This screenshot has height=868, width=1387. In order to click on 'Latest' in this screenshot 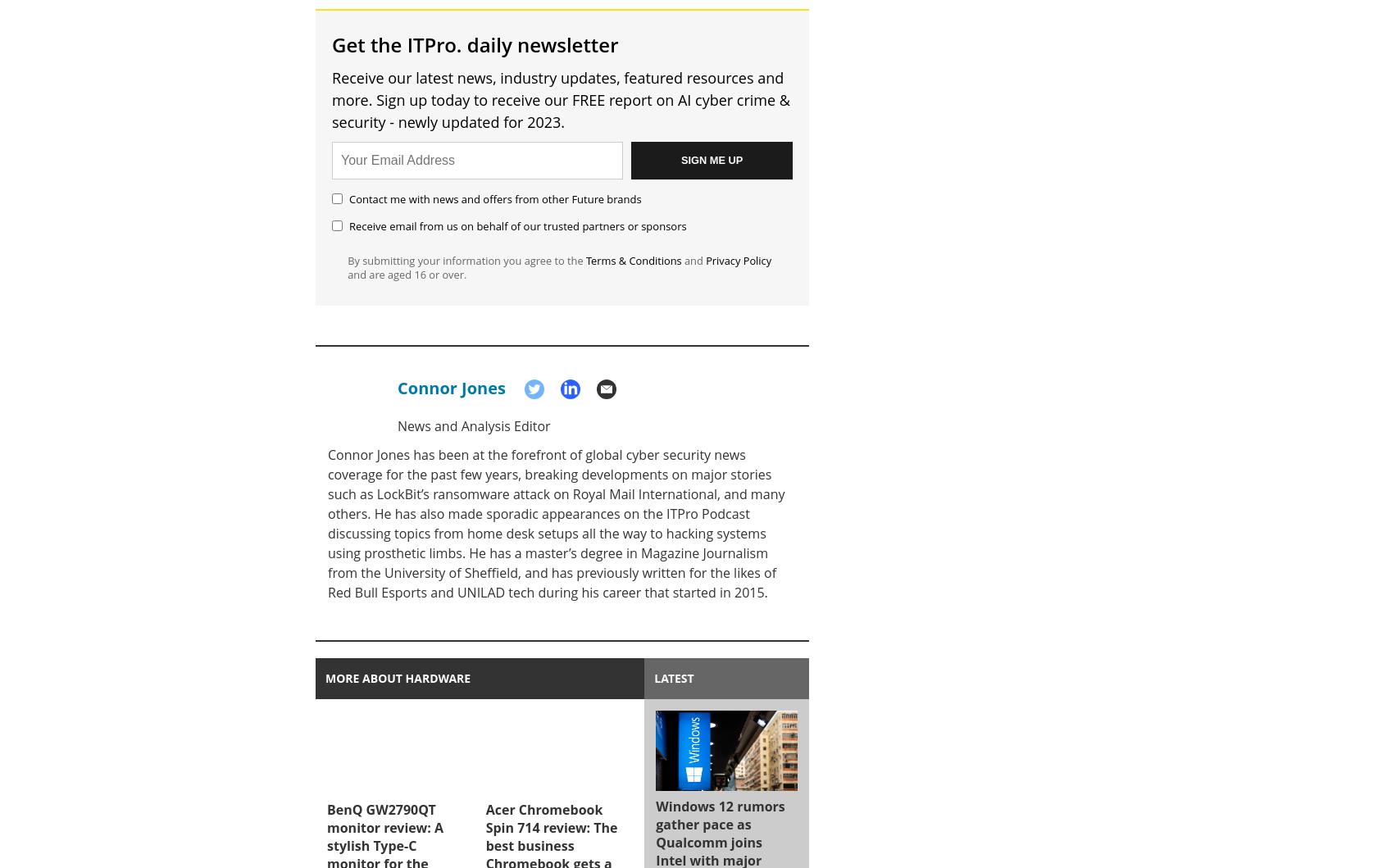, I will do `click(673, 677)`.